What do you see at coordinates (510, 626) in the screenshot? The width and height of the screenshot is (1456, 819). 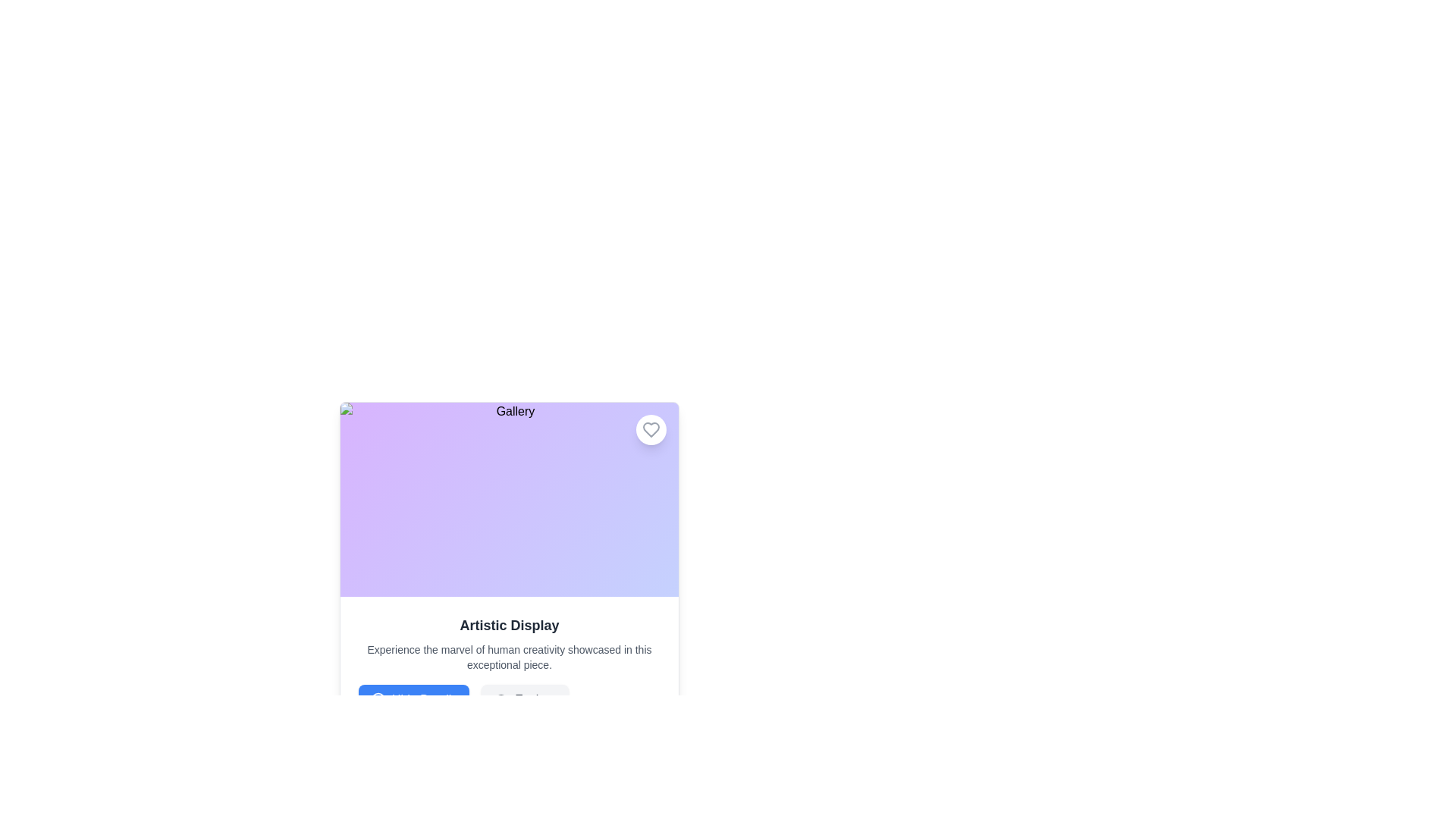 I see `the heading element containing the text 'Artistic Display', which is styled with bold font and large size, located at the top of the card-like component` at bounding box center [510, 626].